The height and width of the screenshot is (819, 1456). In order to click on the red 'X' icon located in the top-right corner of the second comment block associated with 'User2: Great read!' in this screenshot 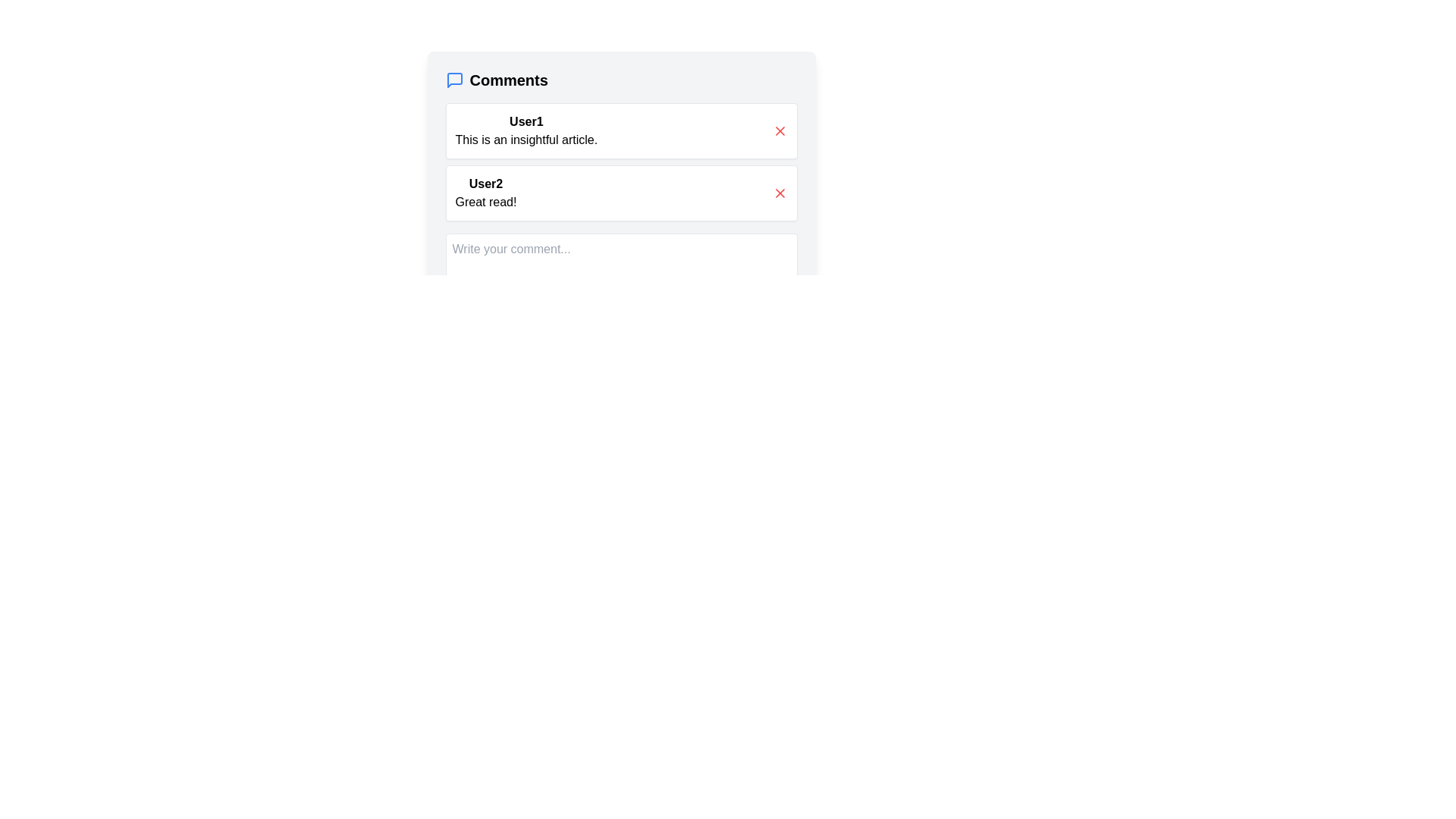, I will do `click(780, 192)`.